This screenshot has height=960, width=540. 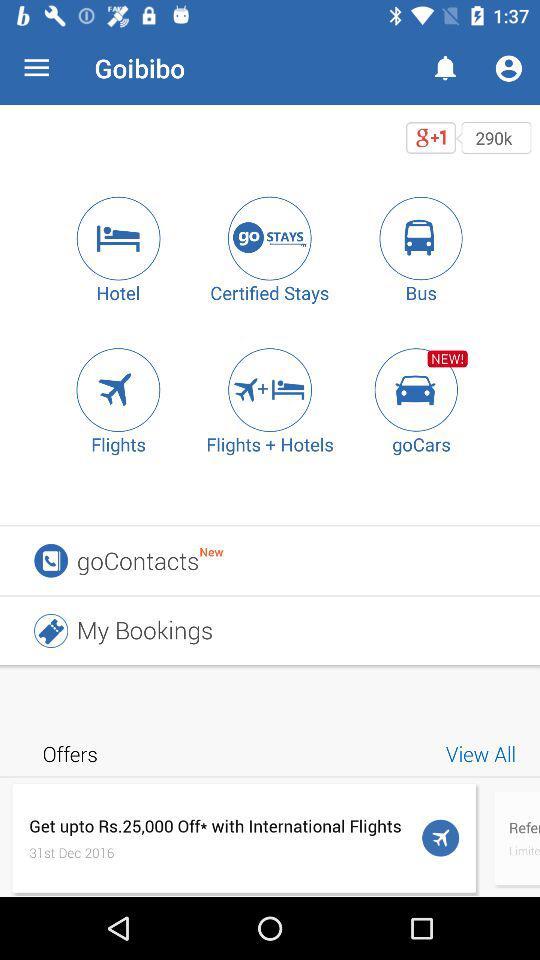 I want to click on hotels, so click(x=118, y=238).